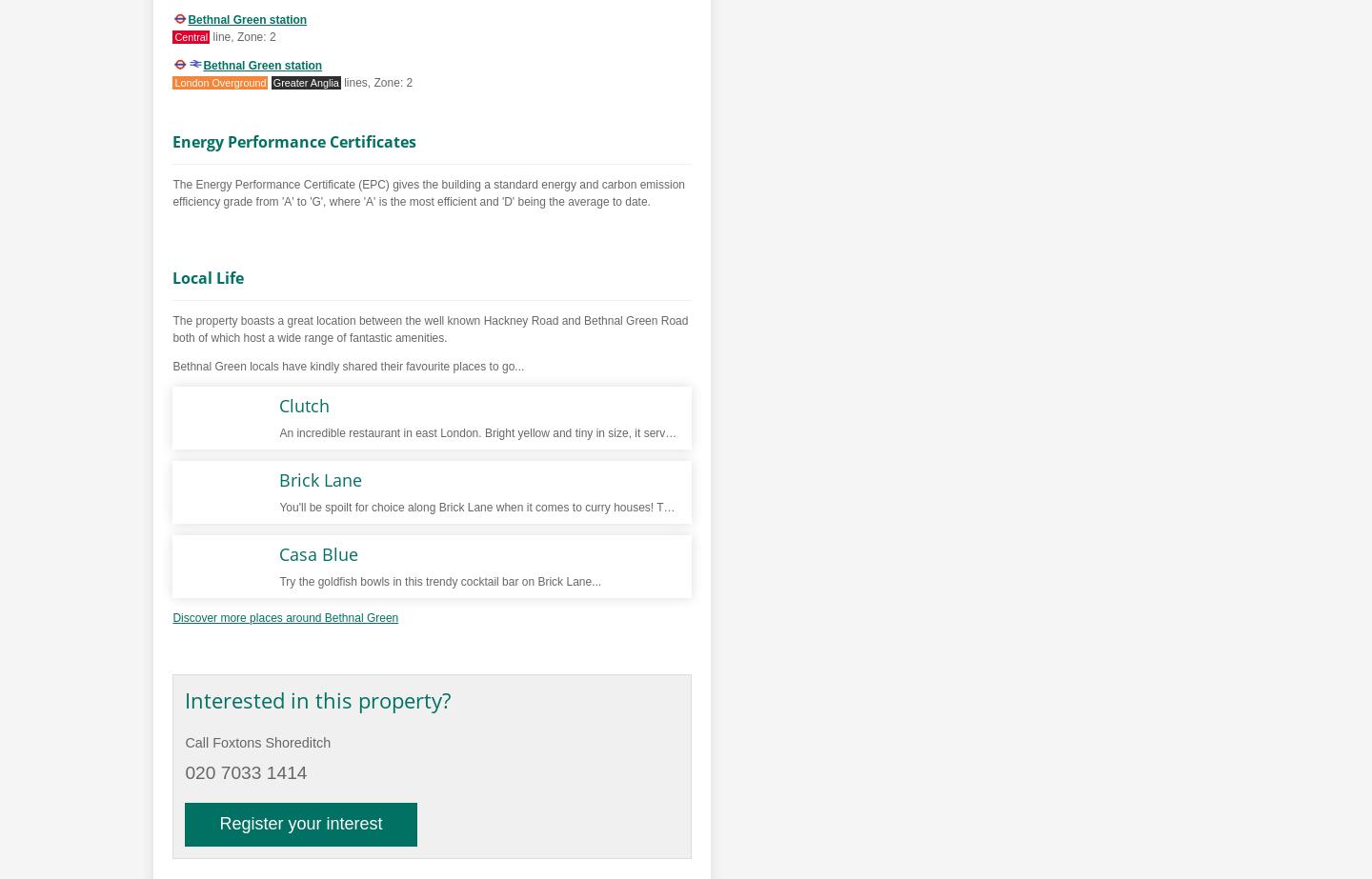 The width and height of the screenshot is (1372, 879). What do you see at coordinates (317, 699) in the screenshot?
I see `'Interested in this property?'` at bounding box center [317, 699].